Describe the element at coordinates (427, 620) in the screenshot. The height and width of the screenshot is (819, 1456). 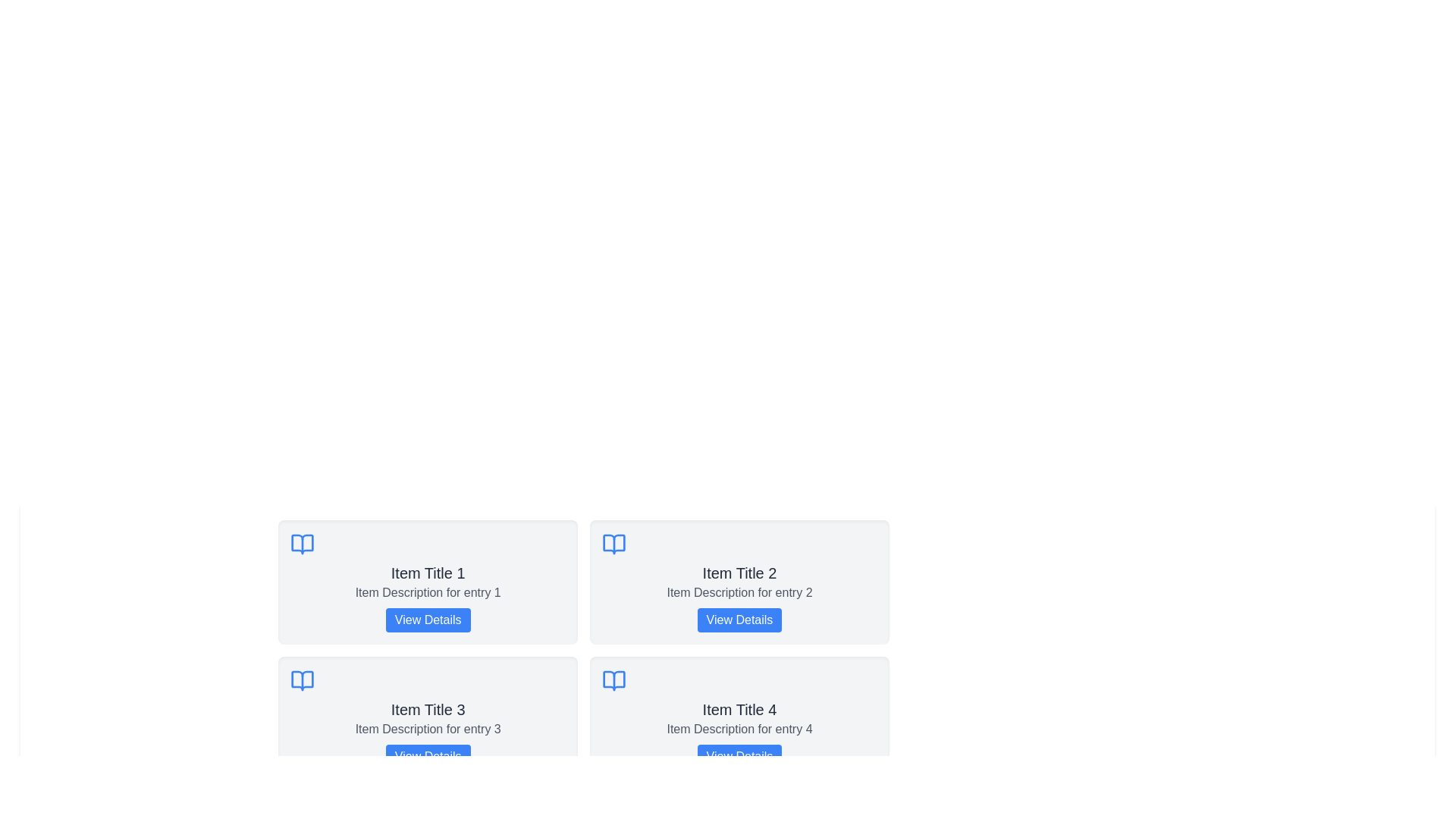
I see `the button located at the bottom section of the card labeled 'Item Title 1'` at that location.